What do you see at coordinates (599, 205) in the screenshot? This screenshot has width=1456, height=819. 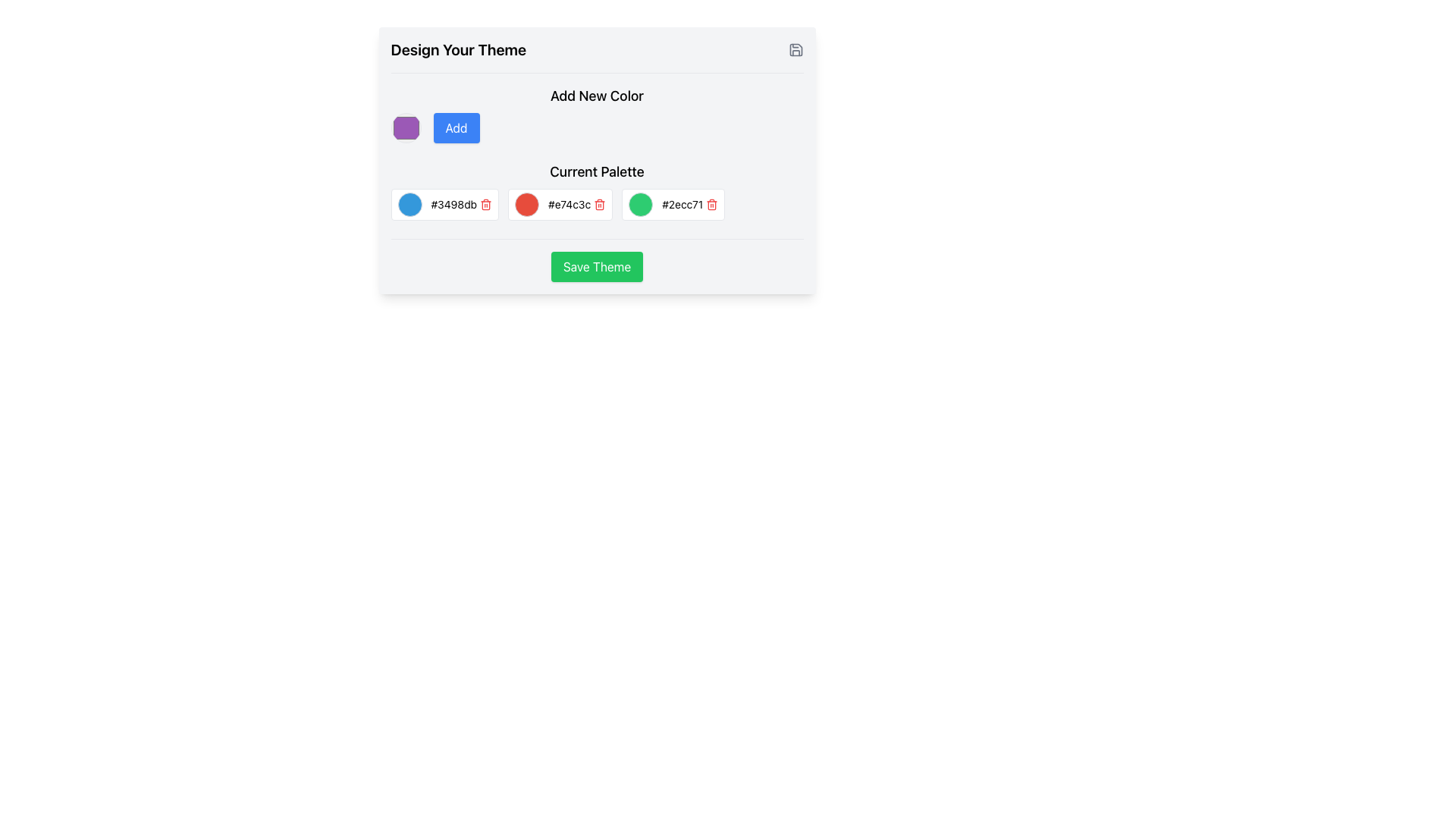 I see `the delete button located to the right of the color representation and hex code '#e74c3c' in the second entry of the 'Current Palette' section` at bounding box center [599, 205].